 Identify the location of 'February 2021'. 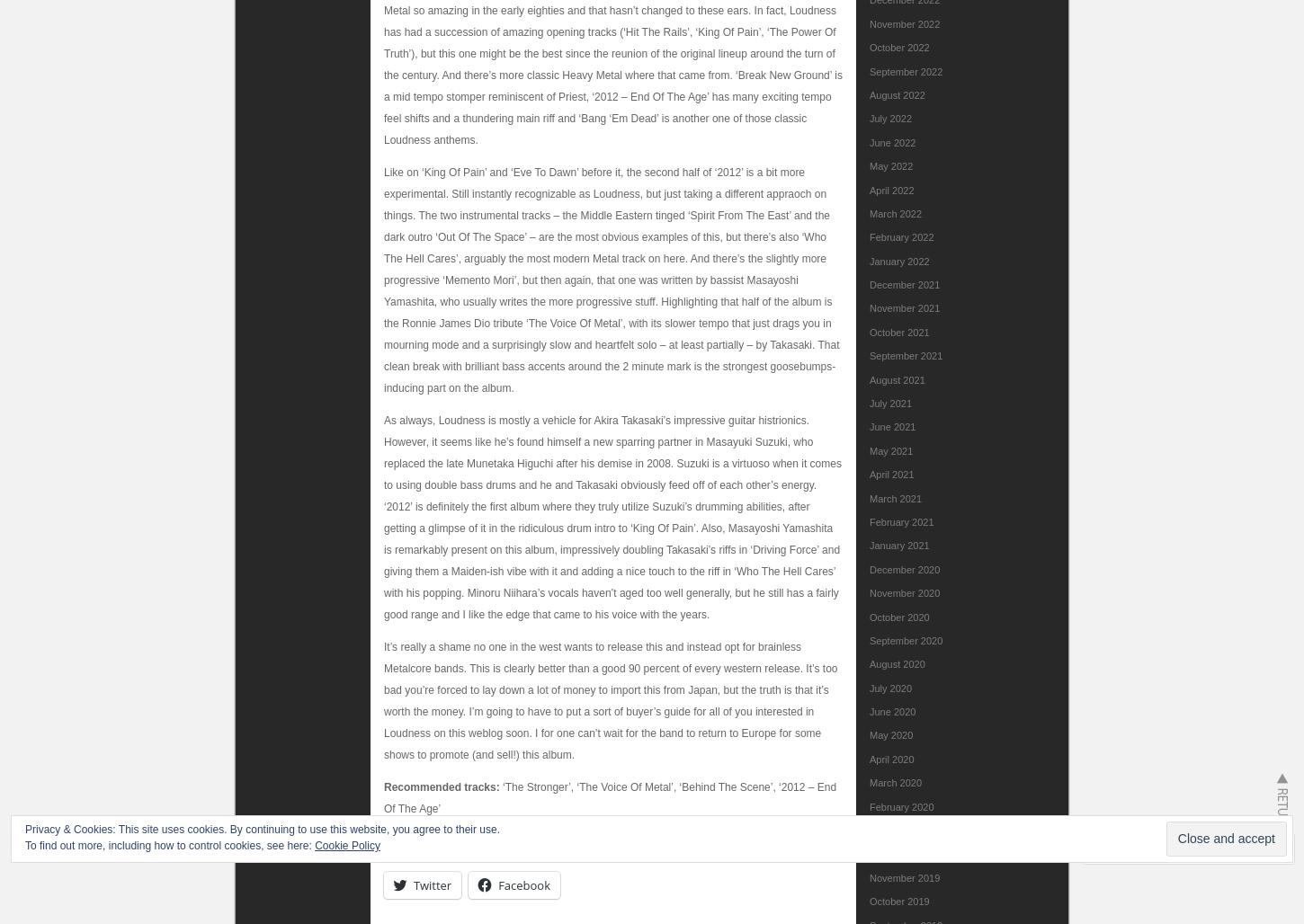
(901, 520).